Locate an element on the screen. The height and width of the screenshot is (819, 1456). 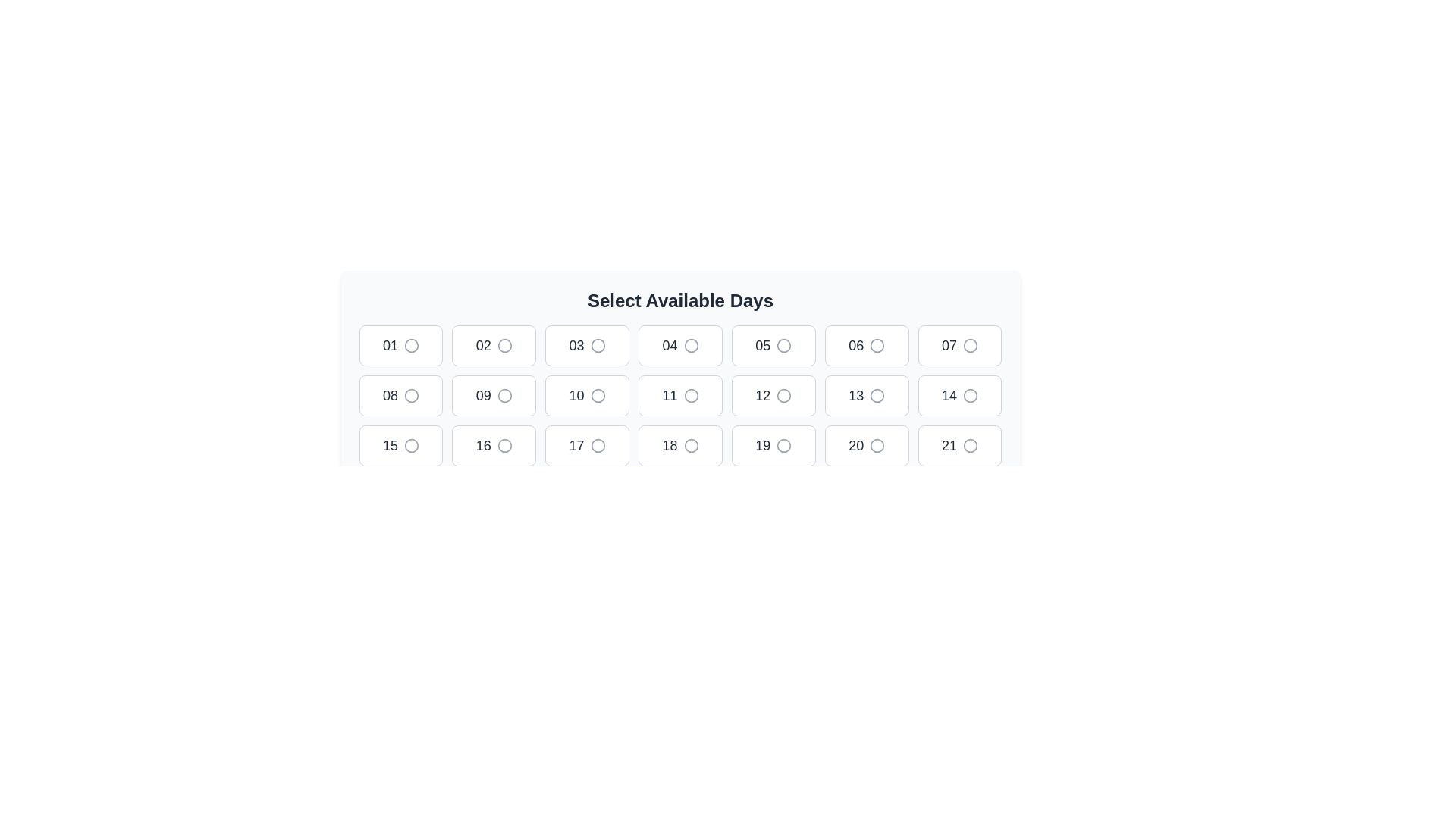
the circular element representing a radio button in the second row and seventh column of the grid for selectable days is located at coordinates (971, 394).